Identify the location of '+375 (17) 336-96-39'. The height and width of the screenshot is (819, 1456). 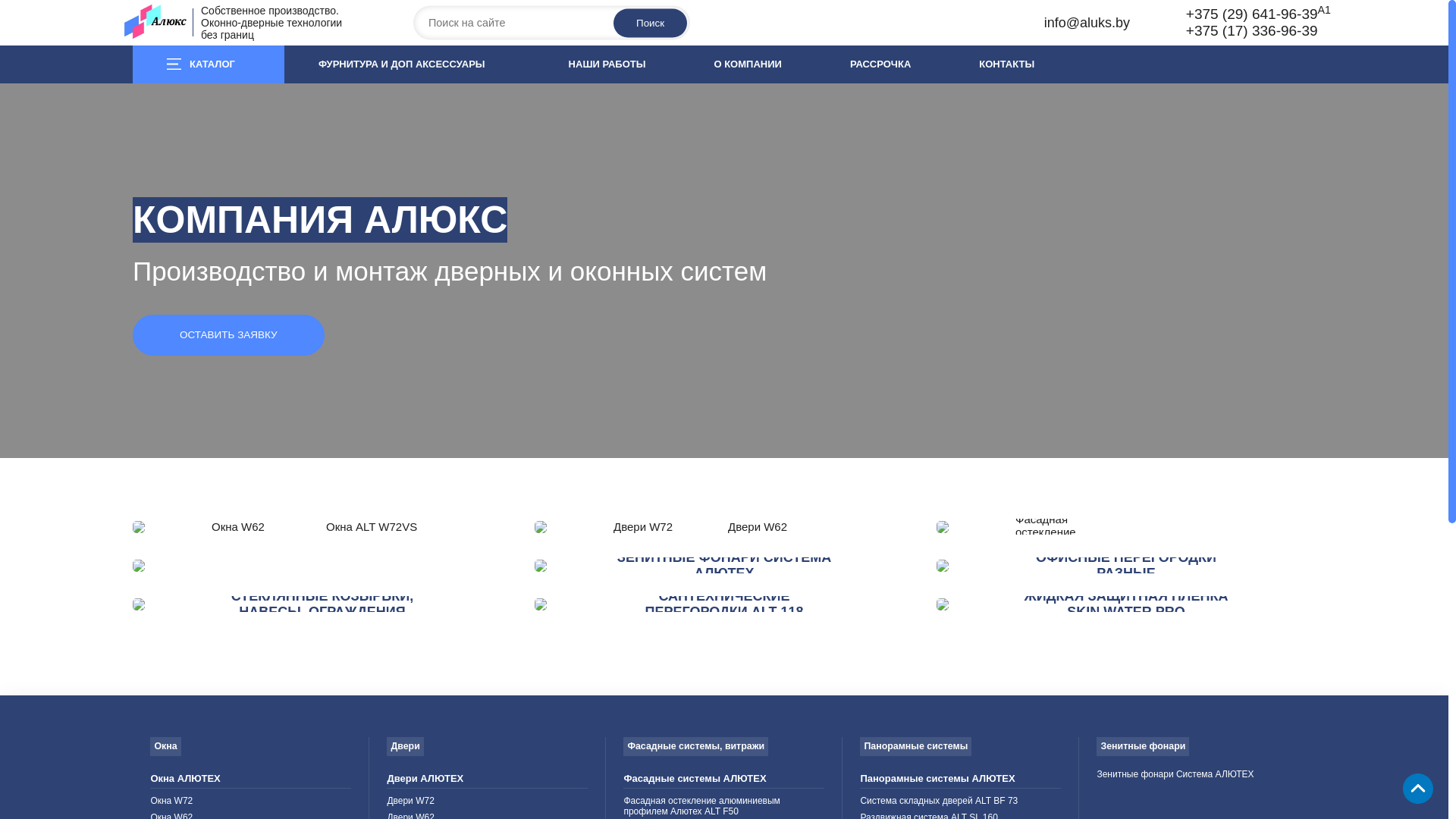
(1185, 30).